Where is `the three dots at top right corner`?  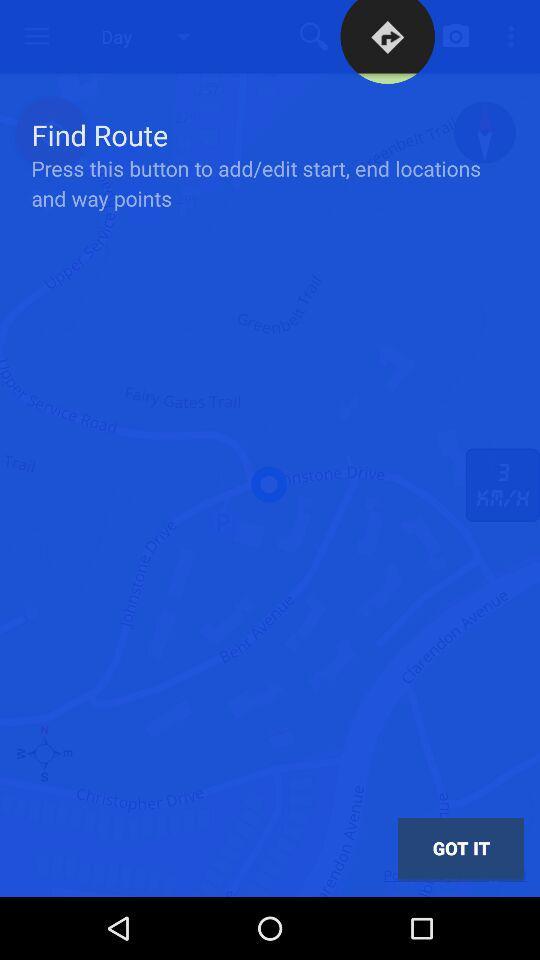
the three dots at top right corner is located at coordinates (514, 35).